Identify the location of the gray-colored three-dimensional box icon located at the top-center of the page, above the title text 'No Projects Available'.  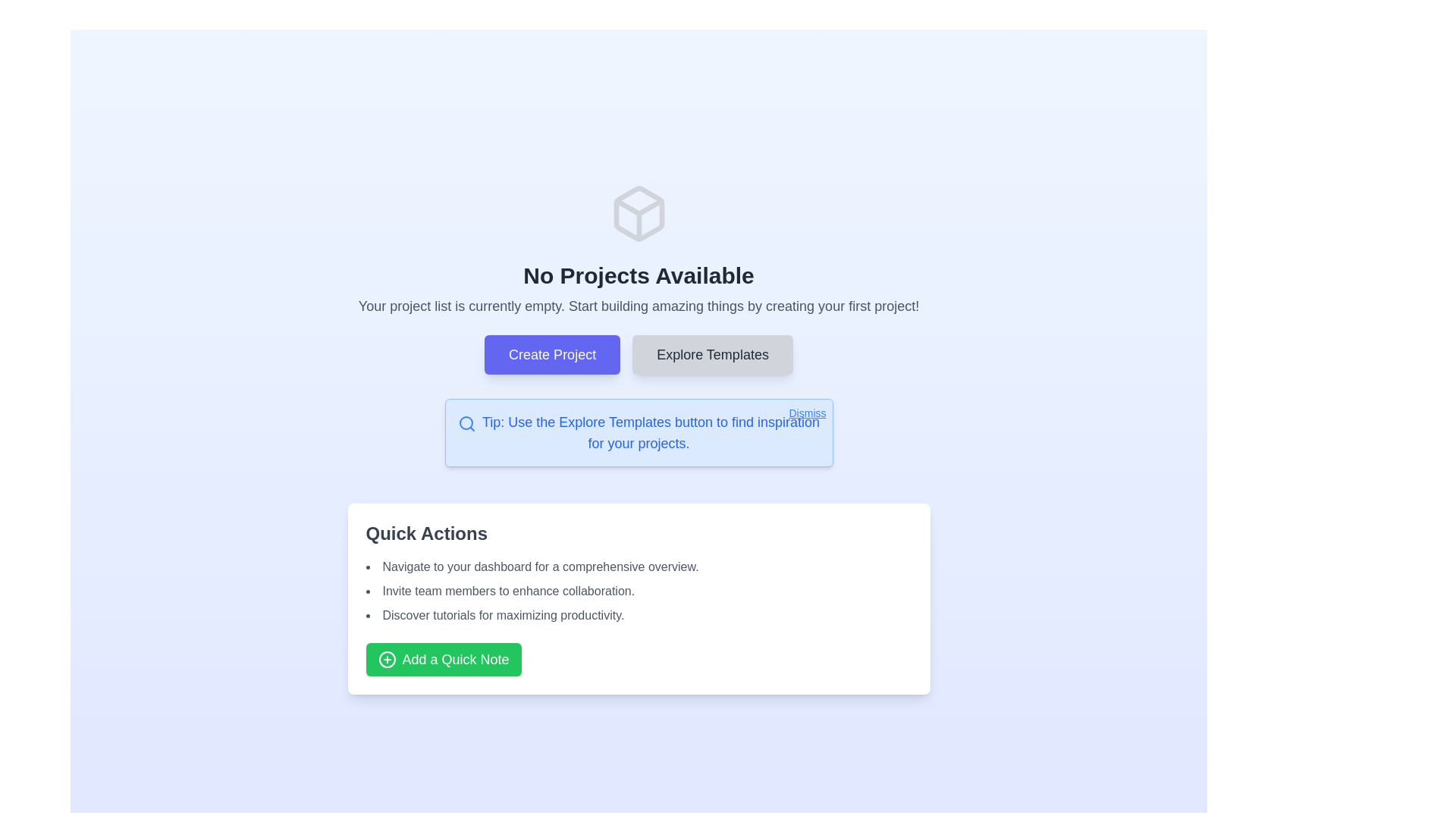
(639, 213).